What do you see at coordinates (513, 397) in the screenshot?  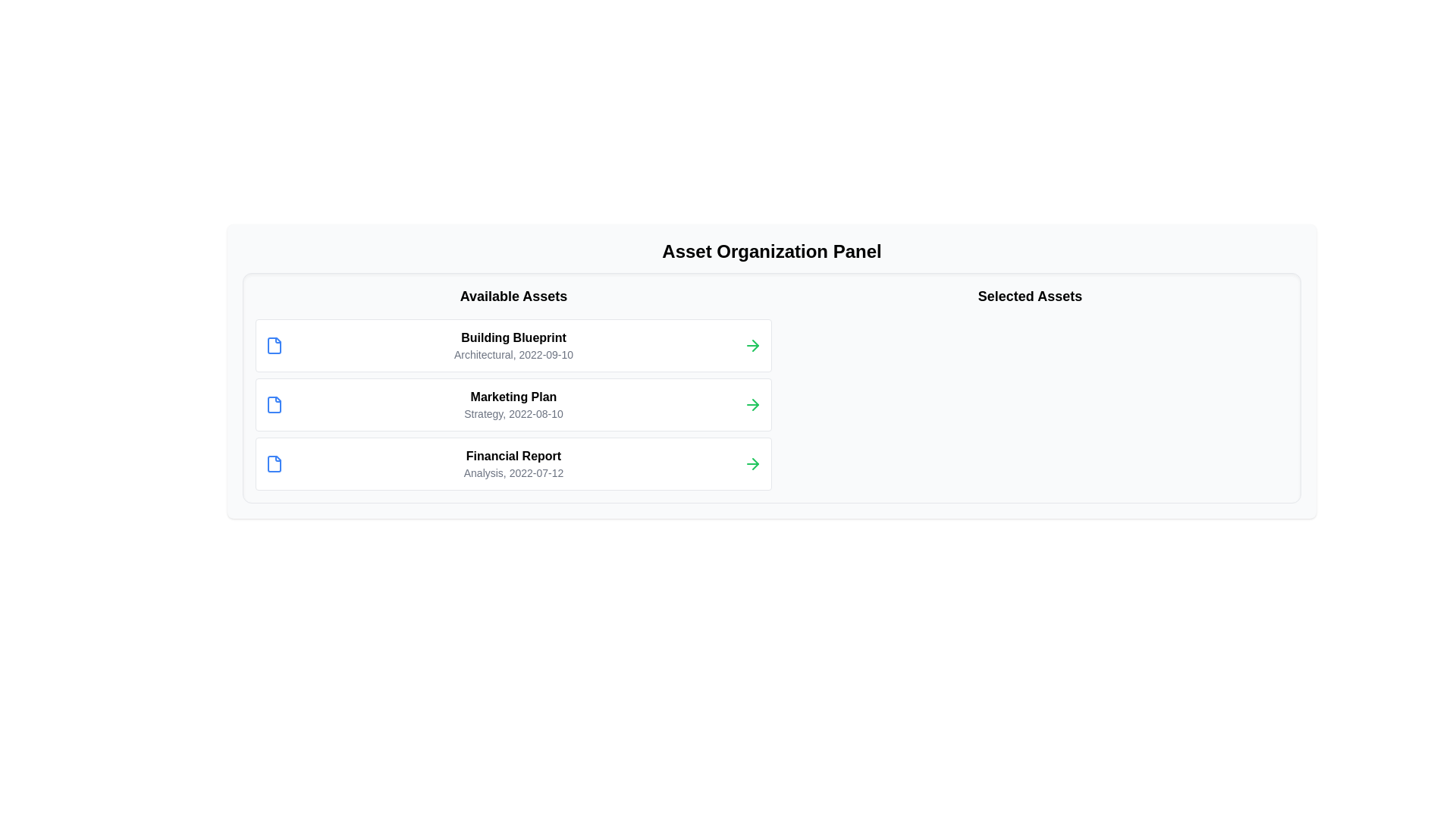 I see `the title text element located above the text 'Strategy, 2022-08-10' in the 'Available Assets' section` at bounding box center [513, 397].